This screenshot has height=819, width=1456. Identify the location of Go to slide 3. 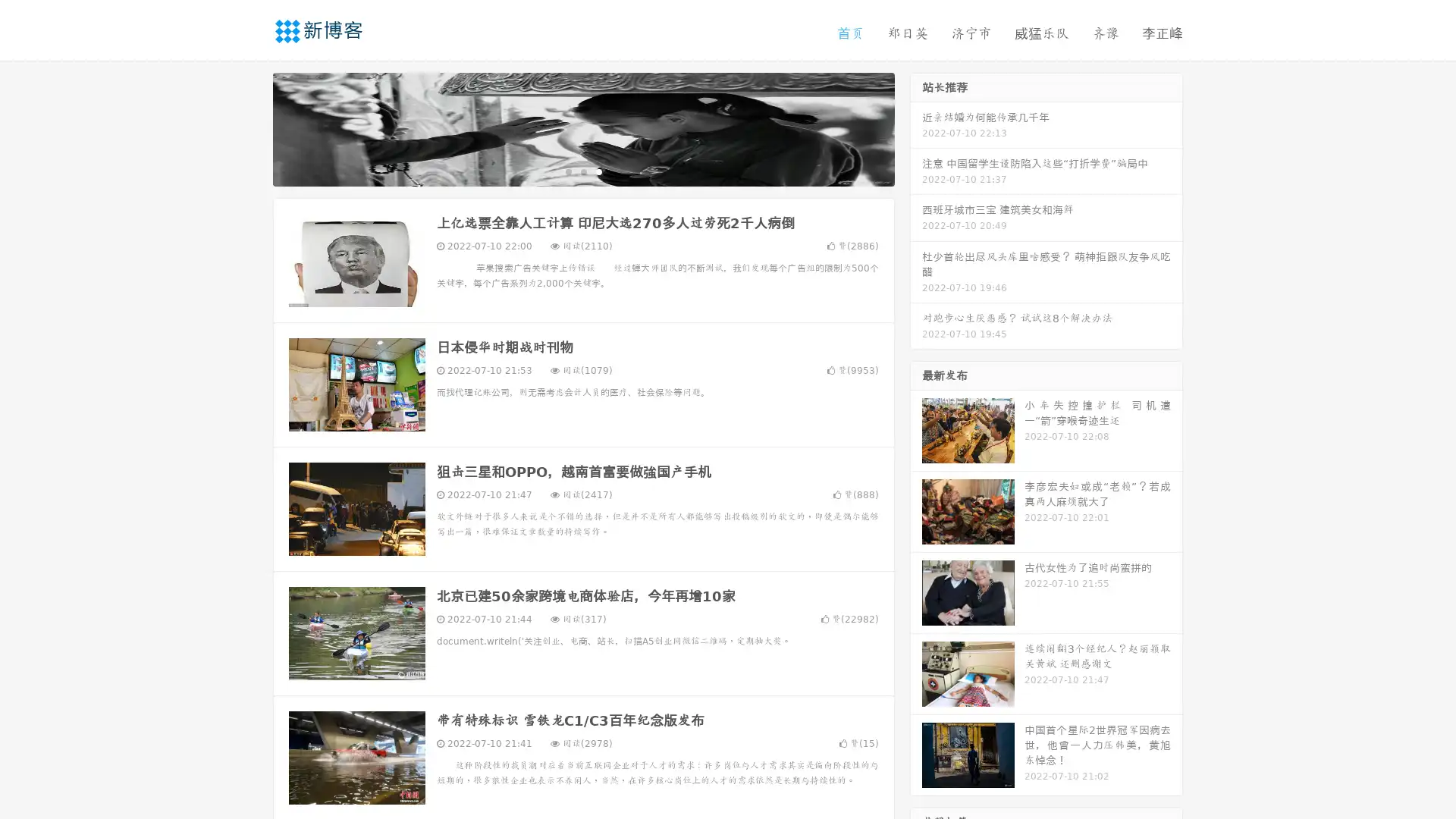
(598, 171).